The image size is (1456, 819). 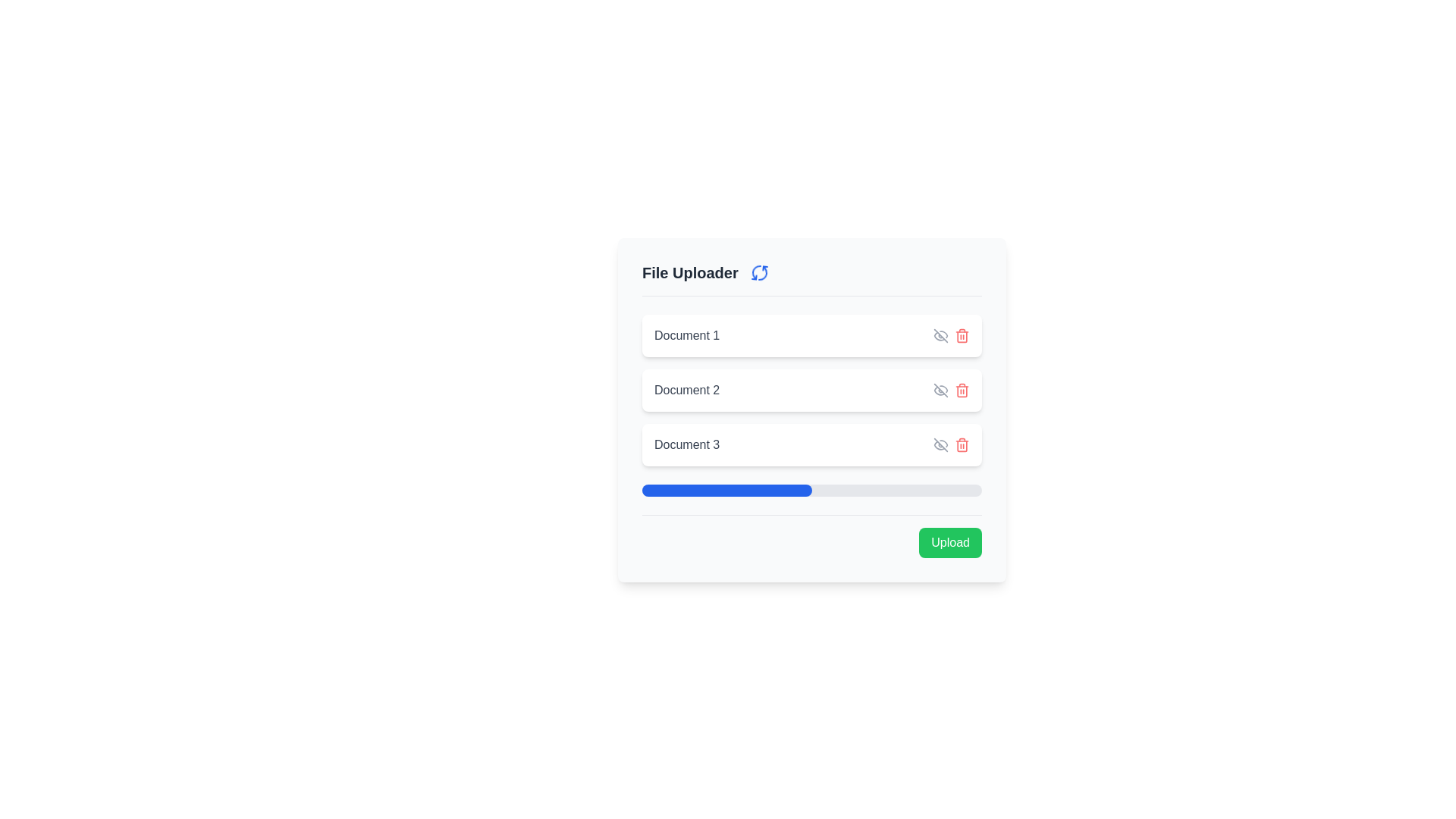 What do you see at coordinates (949, 542) in the screenshot?
I see `the upload button located at the lower-right corner of the interface` at bounding box center [949, 542].